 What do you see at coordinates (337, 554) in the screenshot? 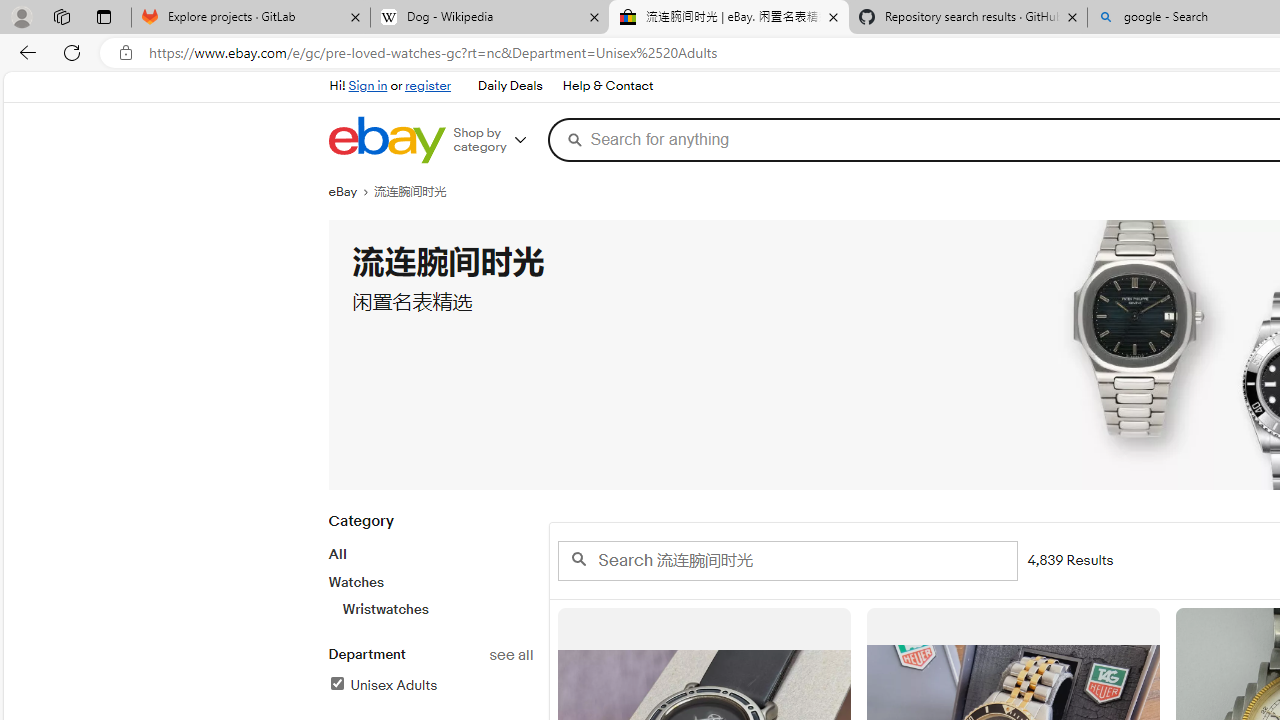
I see `'All'` at bounding box center [337, 554].